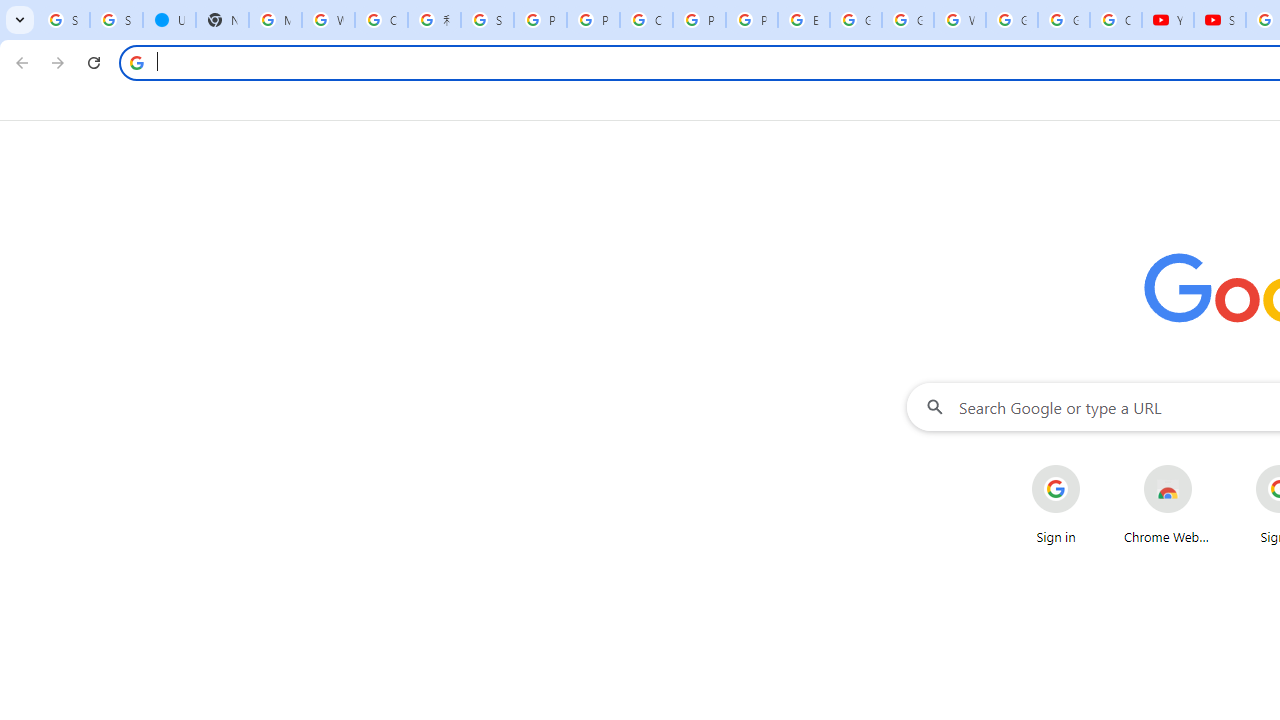 The image size is (1280, 720). I want to click on 'Google Account', so click(1063, 20).